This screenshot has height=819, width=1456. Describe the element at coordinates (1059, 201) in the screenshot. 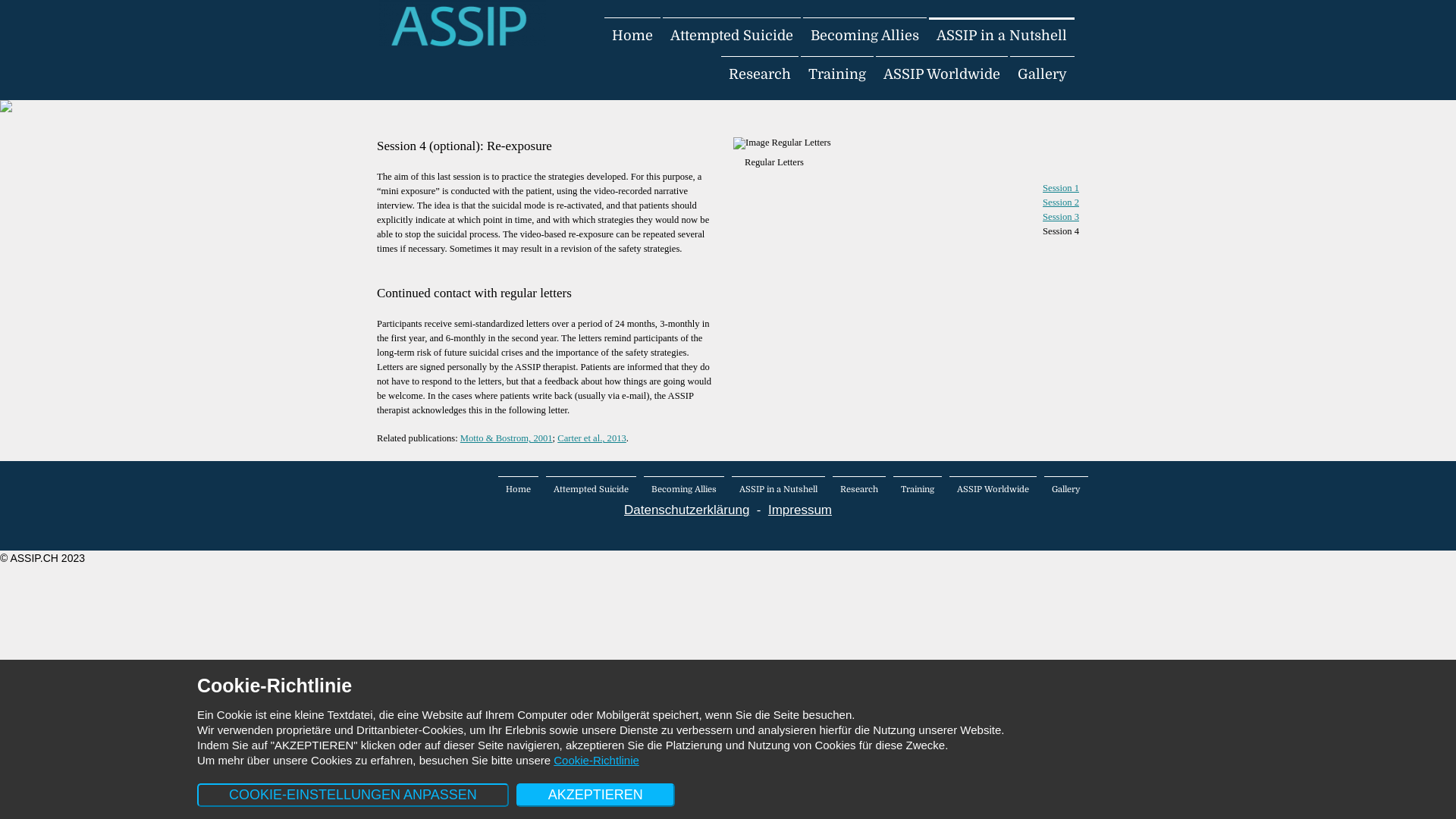

I see `'Session 2'` at that location.